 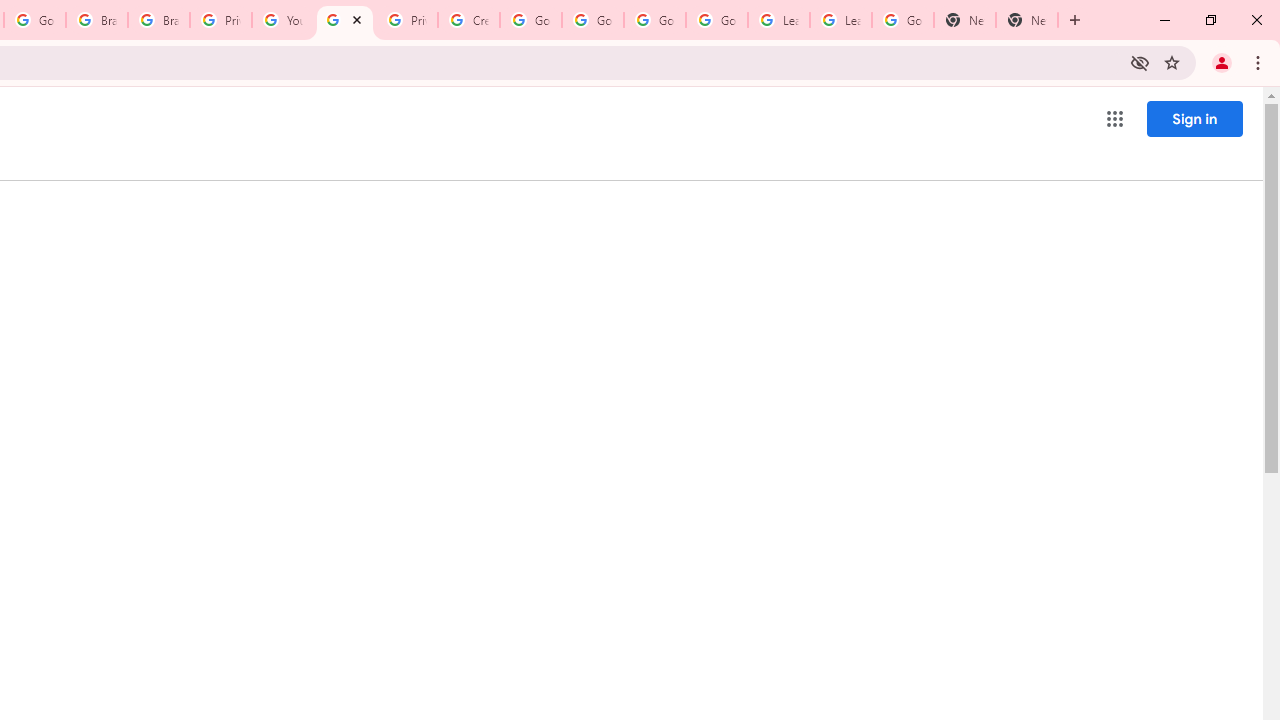 I want to click on 'New Tab', so click(x=1027, y=20).